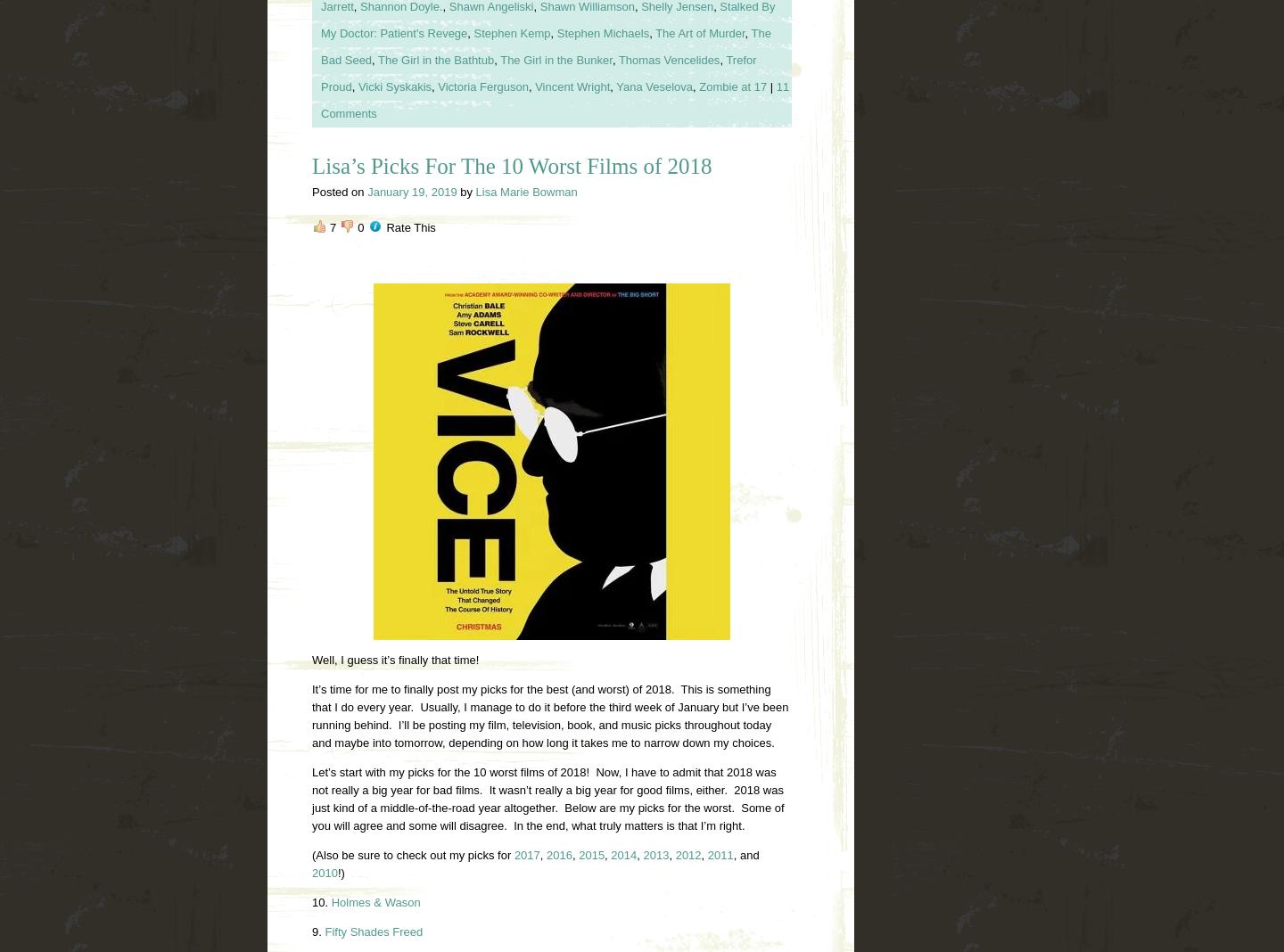 The height and width of the screenshot is (952, 1284). What do you see at coordinates (571, 85) in the screenshot?
I see `'Vincent Wright'` at bounding box center [571, 85].